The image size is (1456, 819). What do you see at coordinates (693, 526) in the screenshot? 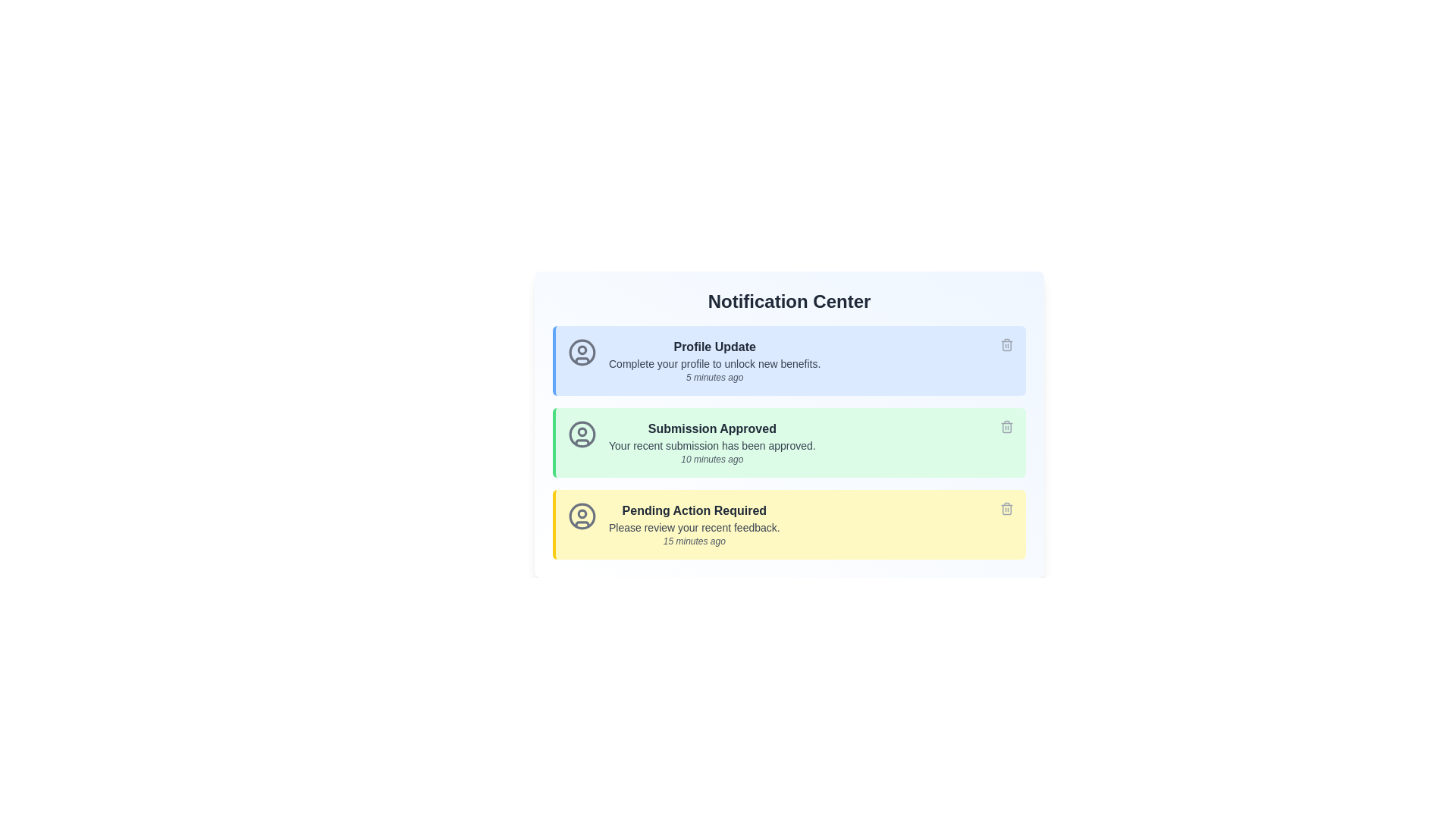
I see `secondary description text within the 'Pending Action Required' notification for additional details` at bounding box center [693, 526].